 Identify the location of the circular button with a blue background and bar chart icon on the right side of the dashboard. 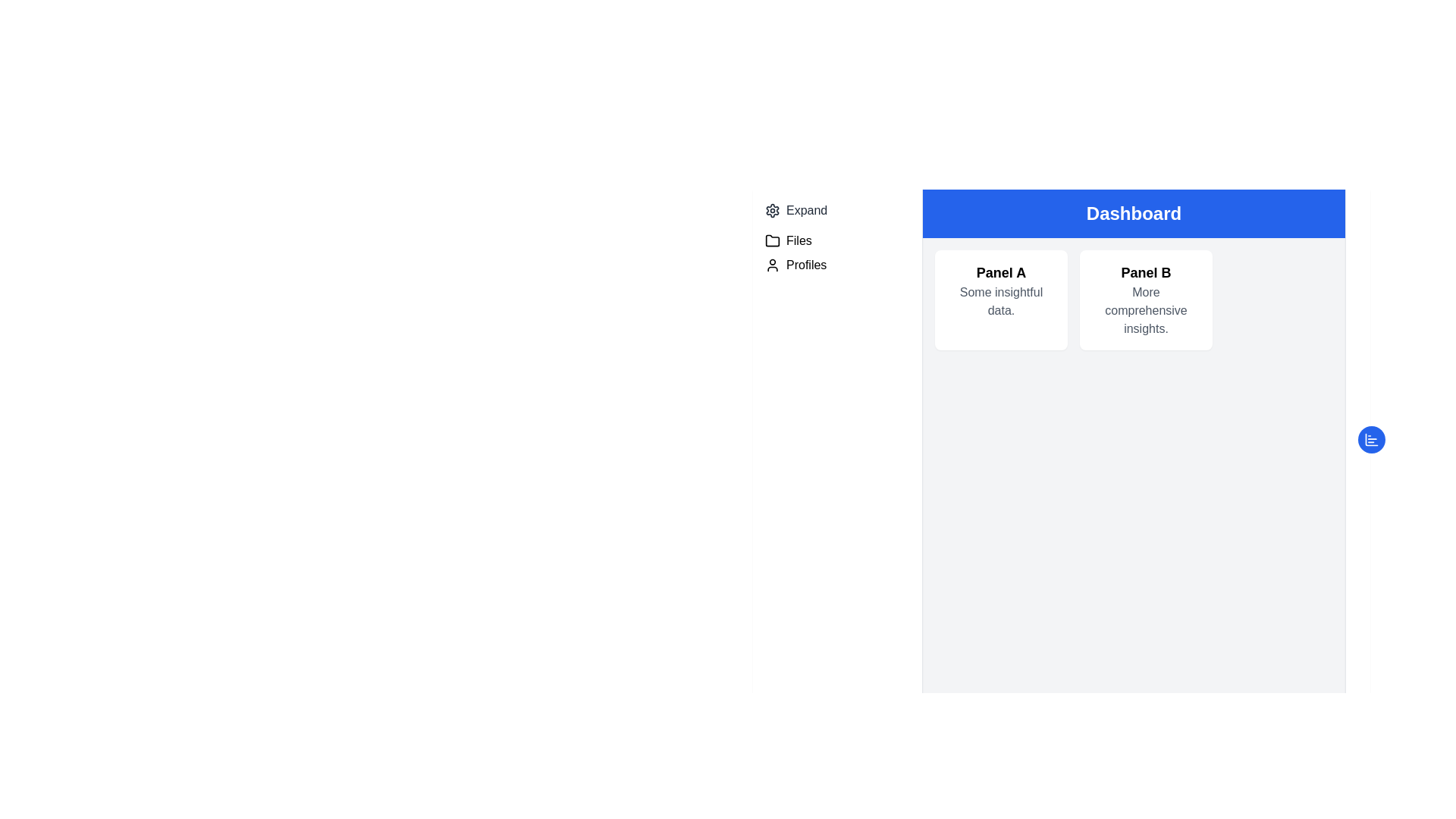
(1372, 439).